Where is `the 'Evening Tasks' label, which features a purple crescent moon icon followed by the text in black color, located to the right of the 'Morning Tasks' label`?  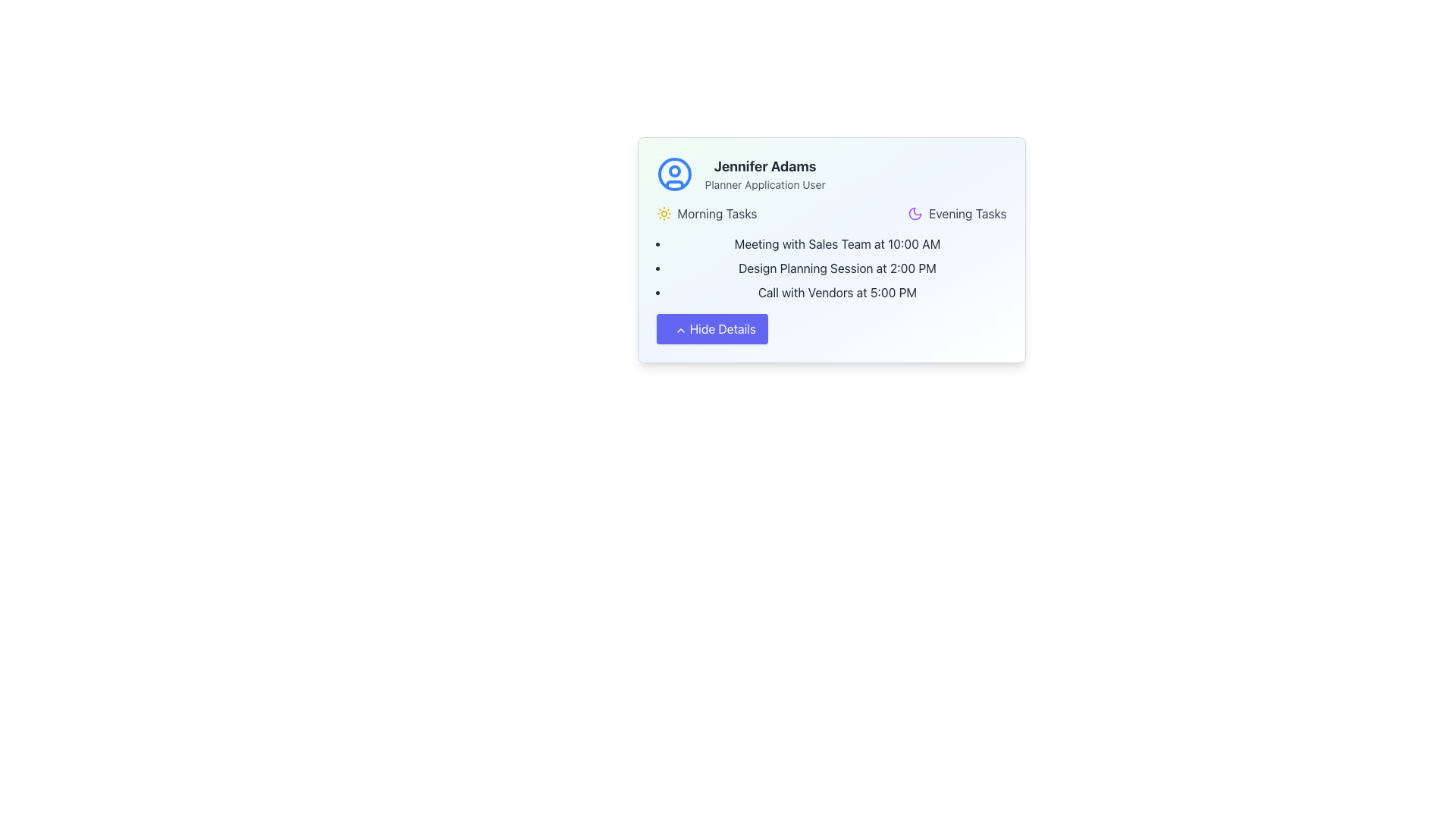
the 'Evening Tasks' label, which features a purple crescent moon icon followed by the text in black color, located to the right of the 'Morning Tasks' label is located at coordinates (956, 213).